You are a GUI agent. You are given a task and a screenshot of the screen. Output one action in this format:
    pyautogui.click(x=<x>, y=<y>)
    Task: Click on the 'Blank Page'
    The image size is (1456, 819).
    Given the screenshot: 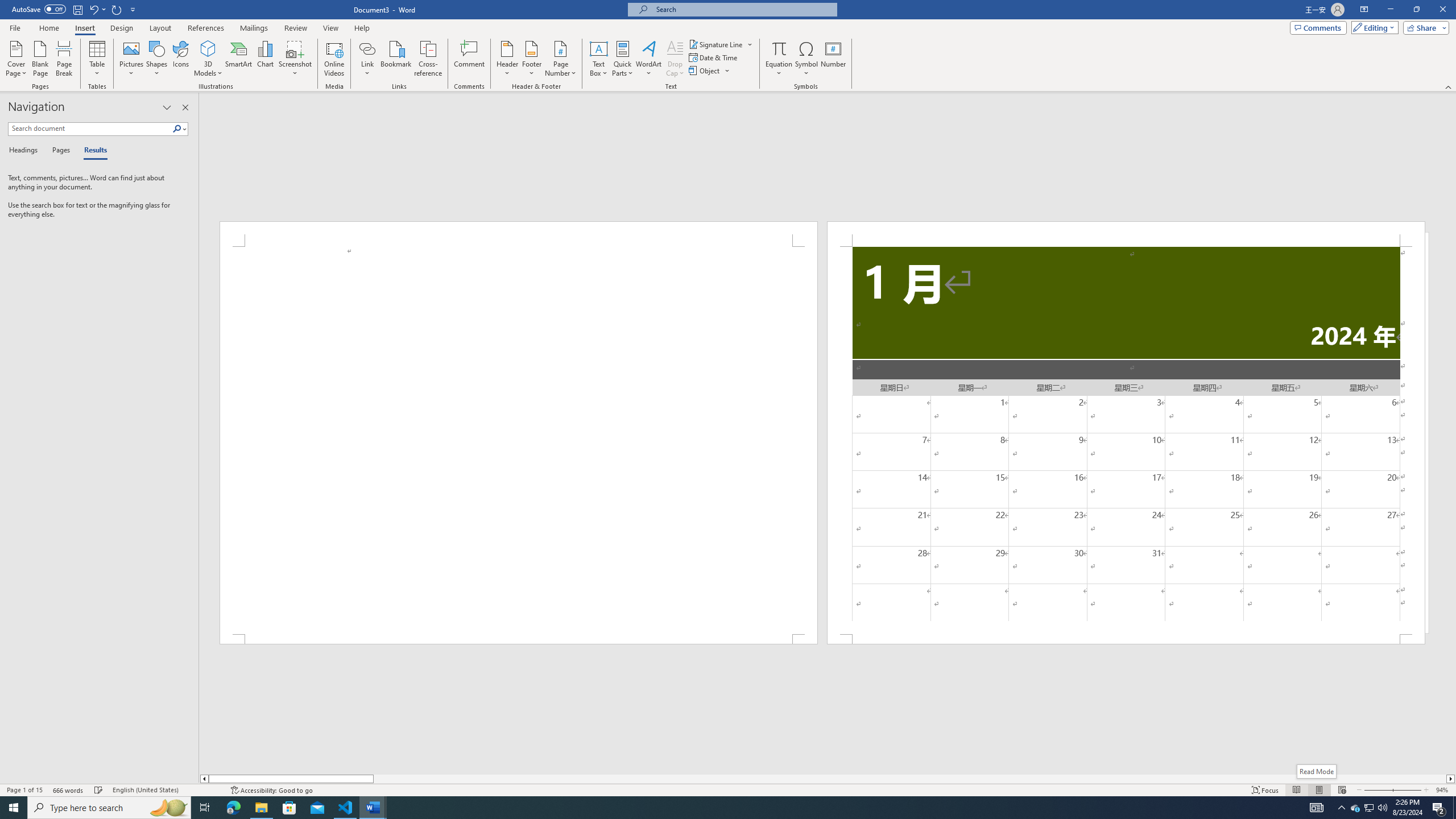 What is the action you would take?
    pyautogui.click(x=40, y=59)
    